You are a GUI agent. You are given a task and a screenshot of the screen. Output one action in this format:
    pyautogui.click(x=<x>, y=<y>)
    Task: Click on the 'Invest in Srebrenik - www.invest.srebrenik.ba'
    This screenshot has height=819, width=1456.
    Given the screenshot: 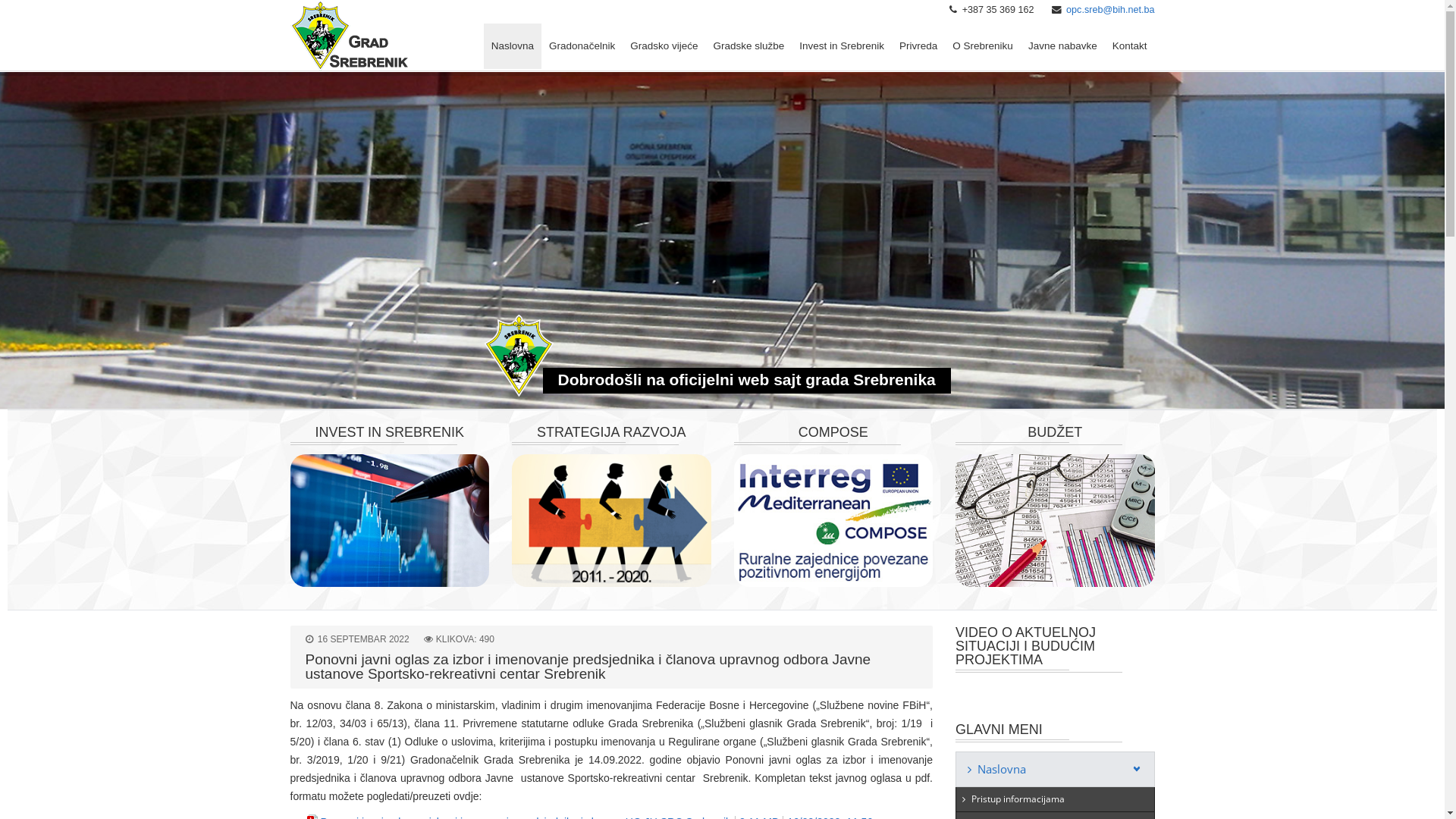 What is the action you would take?
    pyautogui.click(x=389, y=519)
    